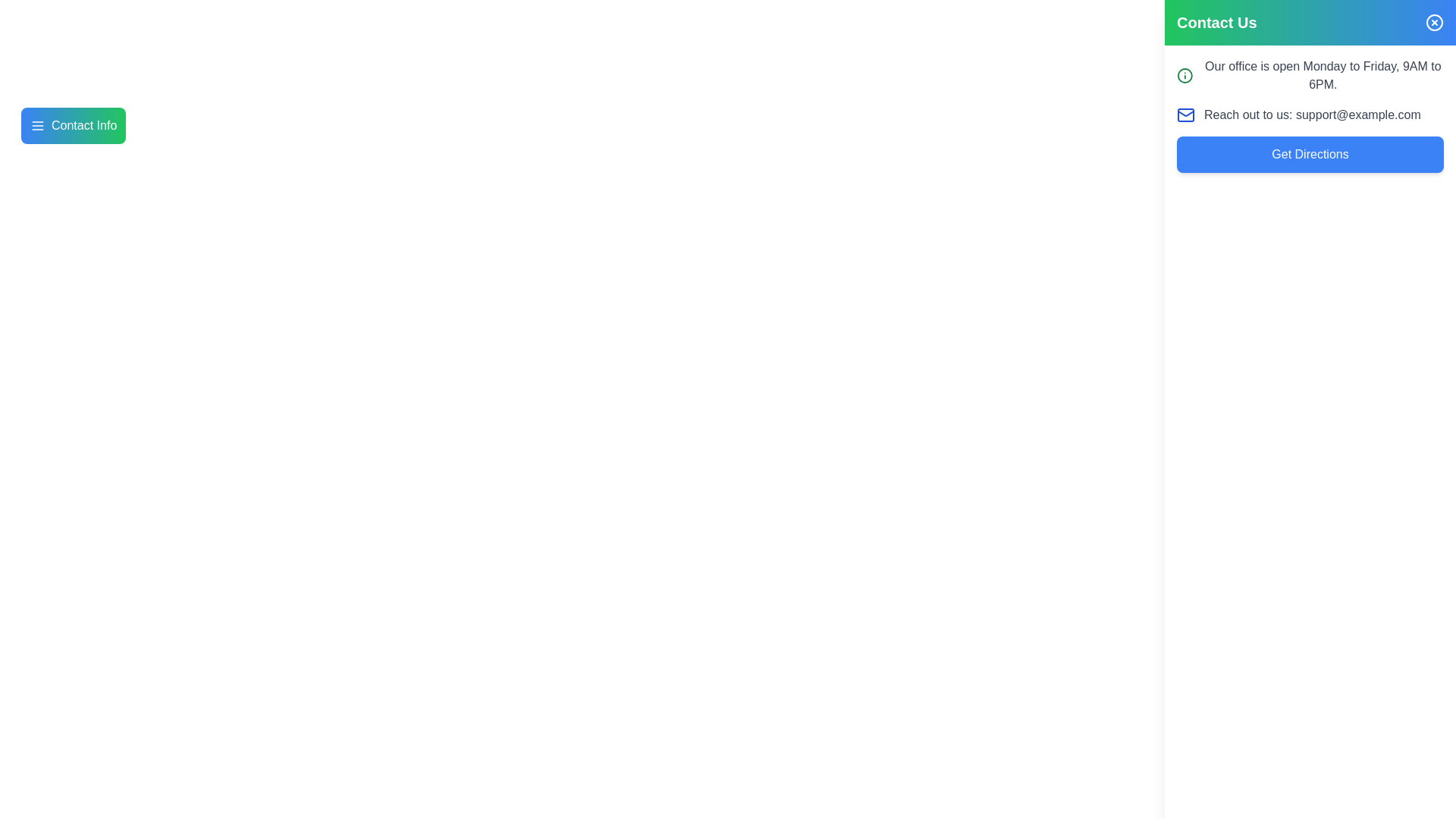 Image resolution: width=1456 pixels, height=819 pixels. What do you see at coordinates (73, 124) in the screenshot?
I see `the rectangular button labeled 'Contact Info' with a gradient background and a menu icon` at bounding box center [73, 124].